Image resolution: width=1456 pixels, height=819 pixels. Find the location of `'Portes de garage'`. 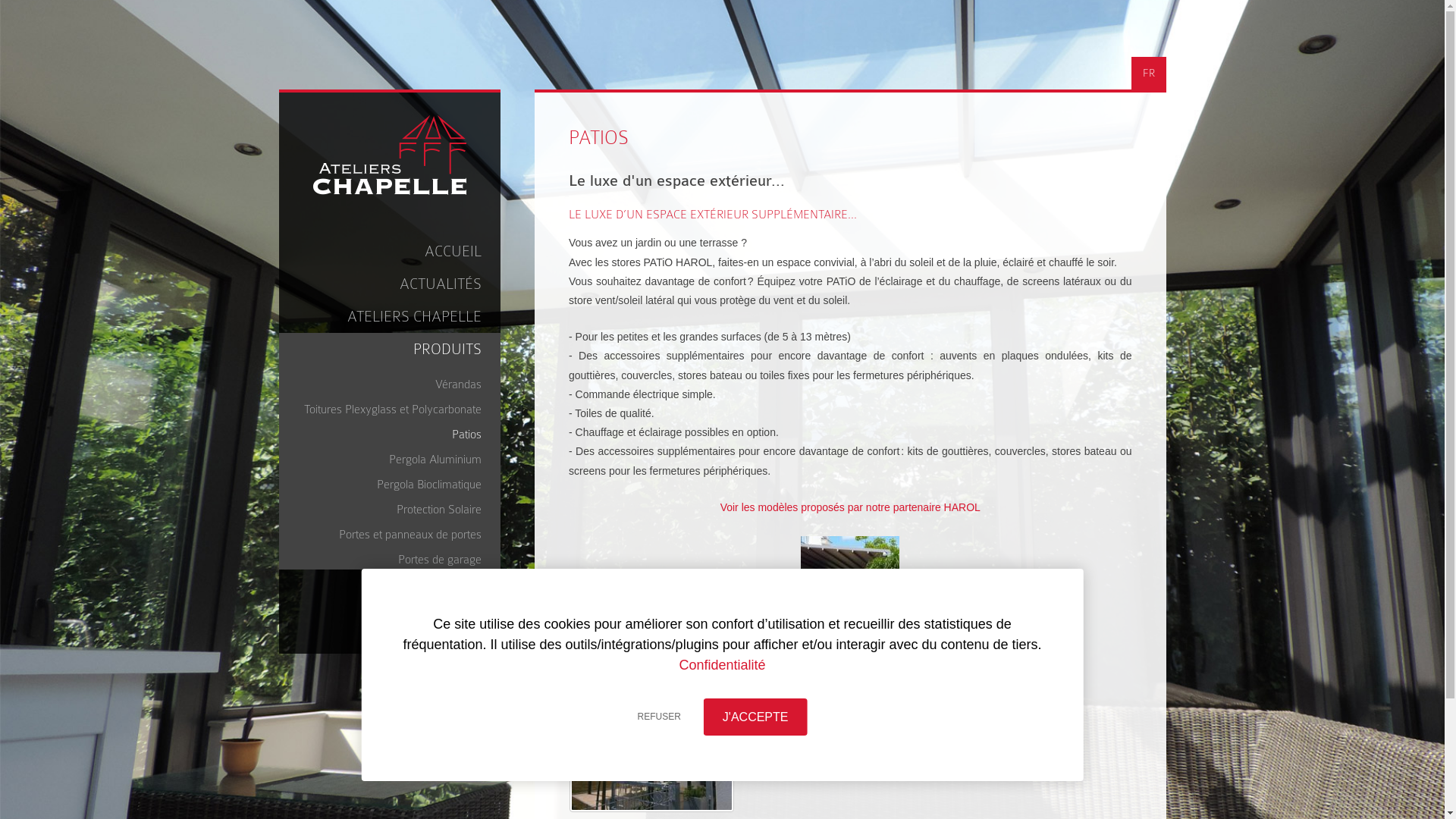

'Portes de garage' is located at coordinates (394, 557).